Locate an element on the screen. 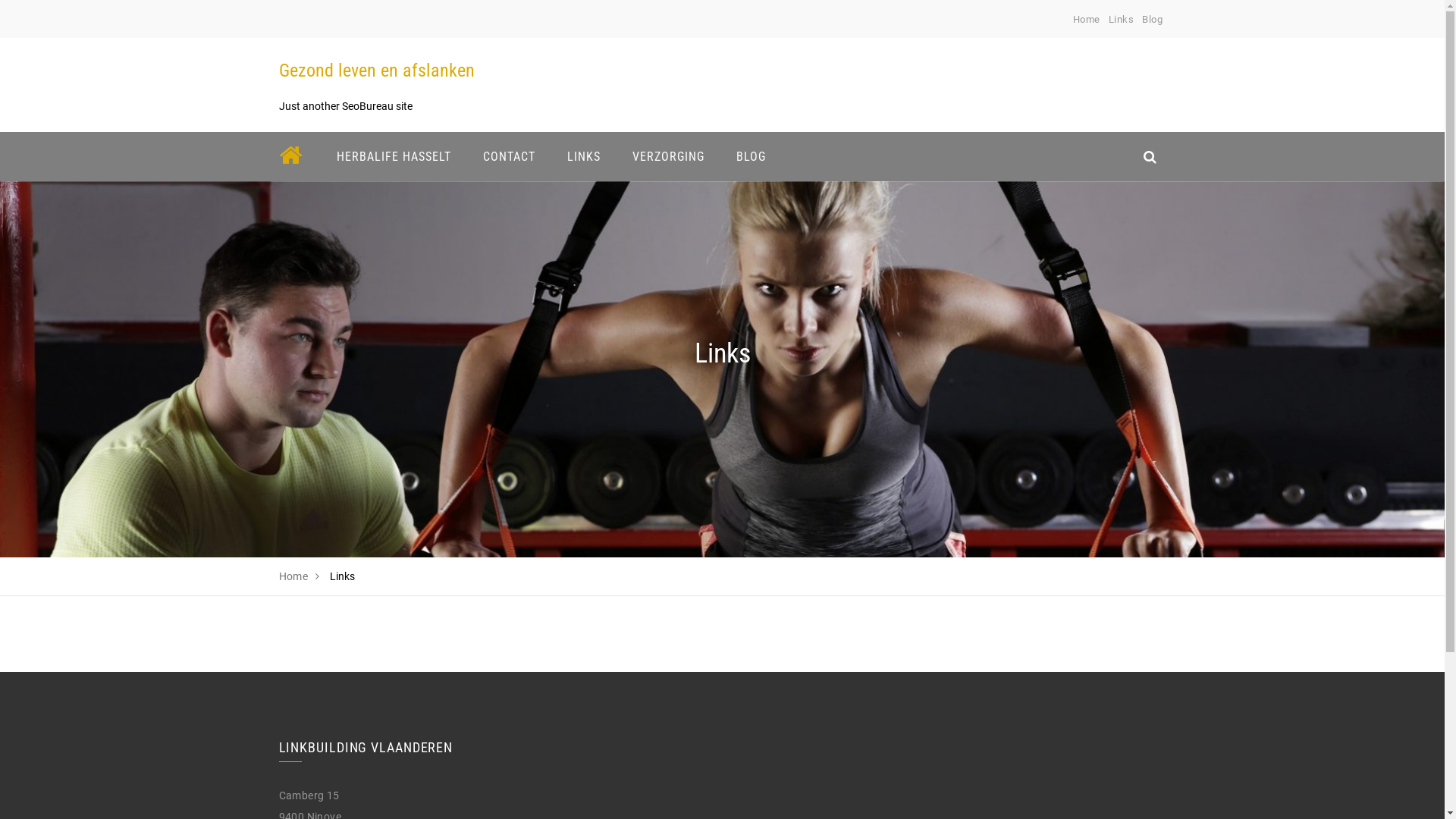 Image resolution: width=1456 pixels, height=819 pixels. 'LINKS' is located at coordinates (582, 156).